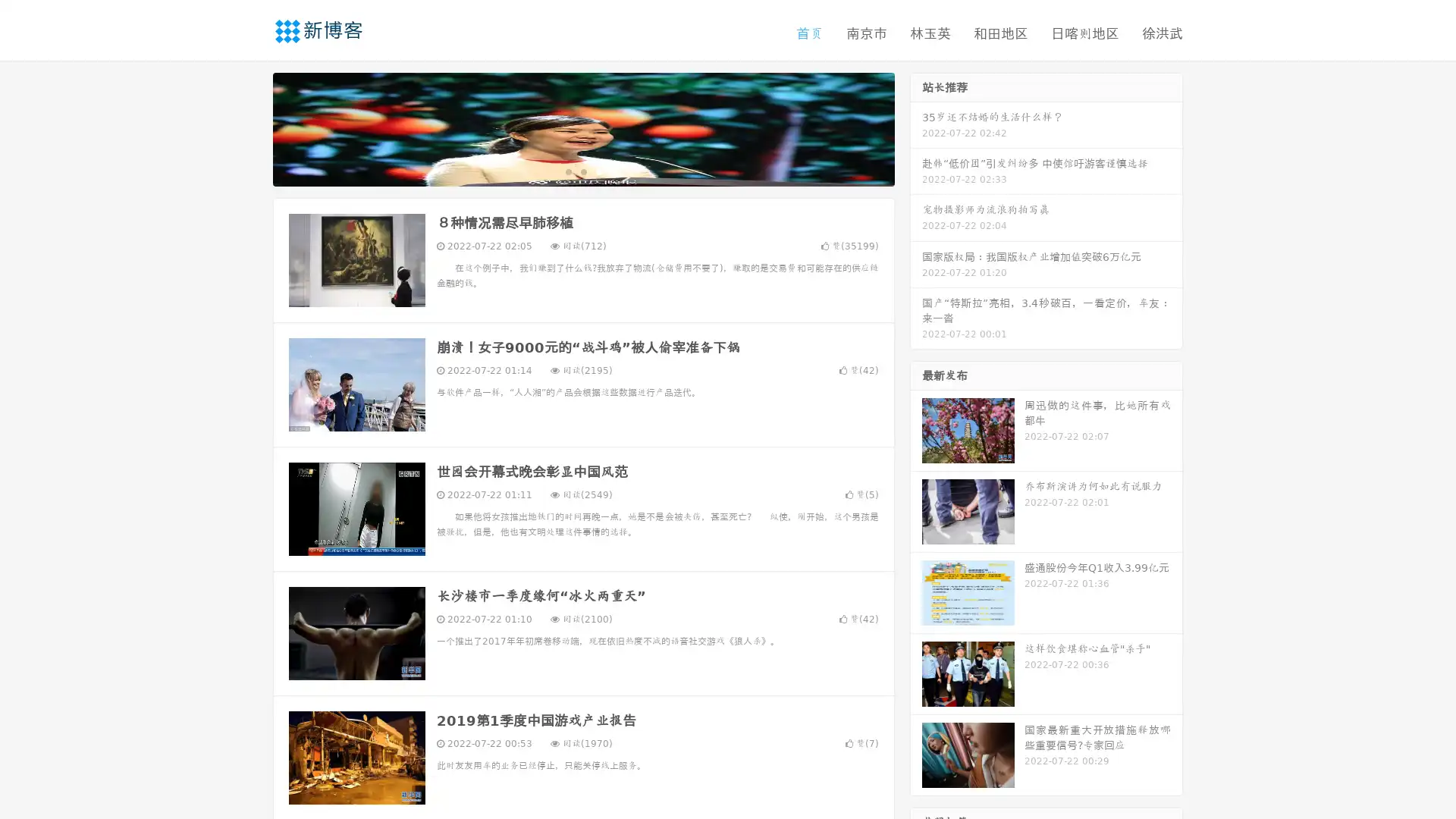 This screenshot has height=819, width=1456. Describe the element at coordinates (567, 171) in the screenshot. I see `Go to slide 1` at that location.